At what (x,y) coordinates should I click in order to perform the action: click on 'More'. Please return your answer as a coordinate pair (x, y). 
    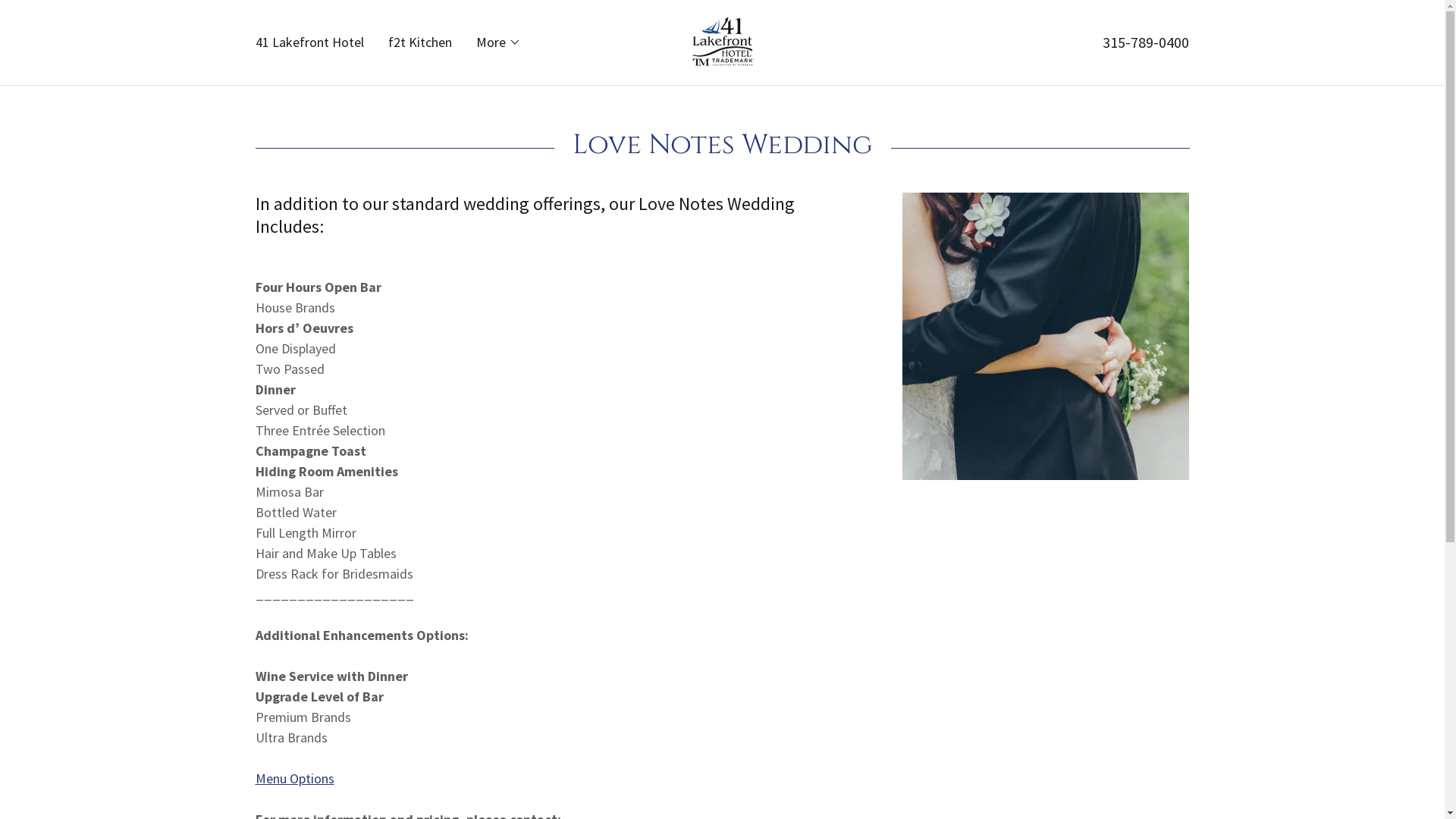
    Looking at the image, I should click on (498, 42).